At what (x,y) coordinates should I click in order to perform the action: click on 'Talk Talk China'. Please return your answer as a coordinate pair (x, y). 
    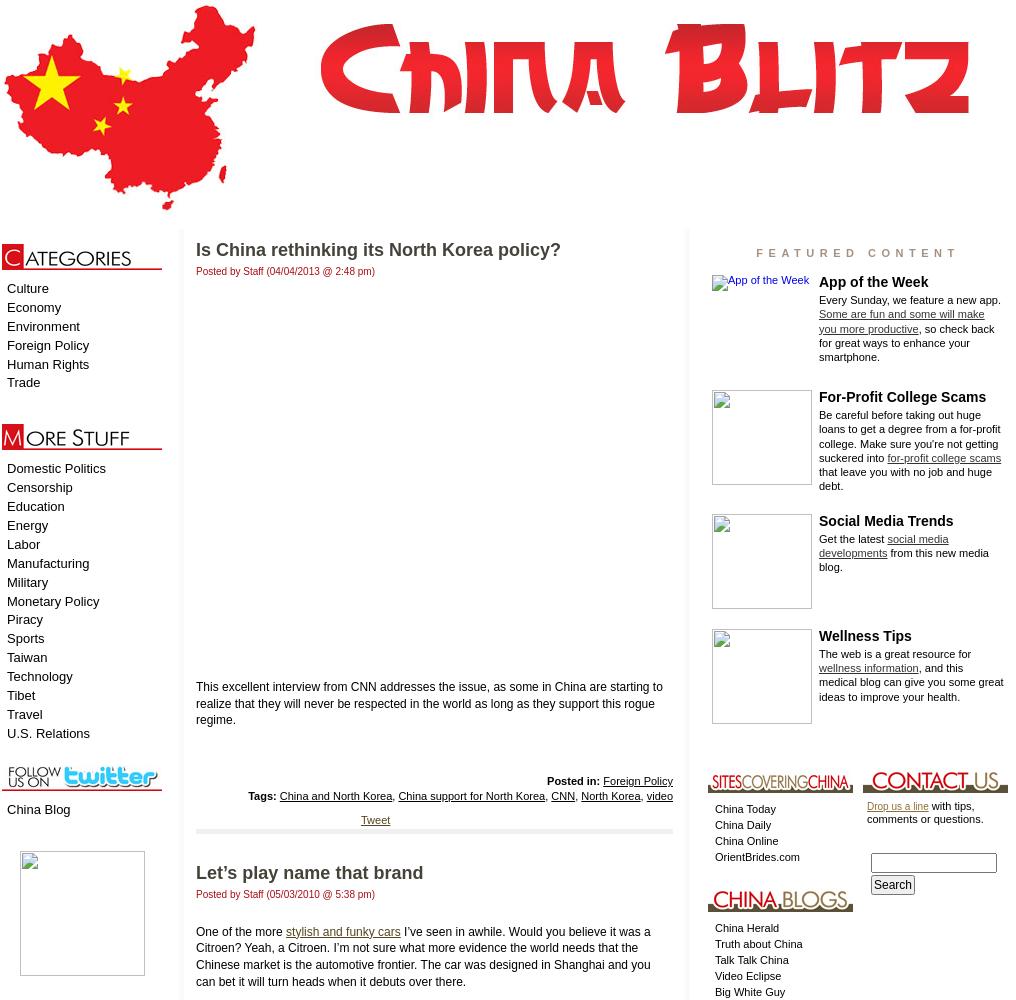
    Looking at the image, I should click on (751, 958).